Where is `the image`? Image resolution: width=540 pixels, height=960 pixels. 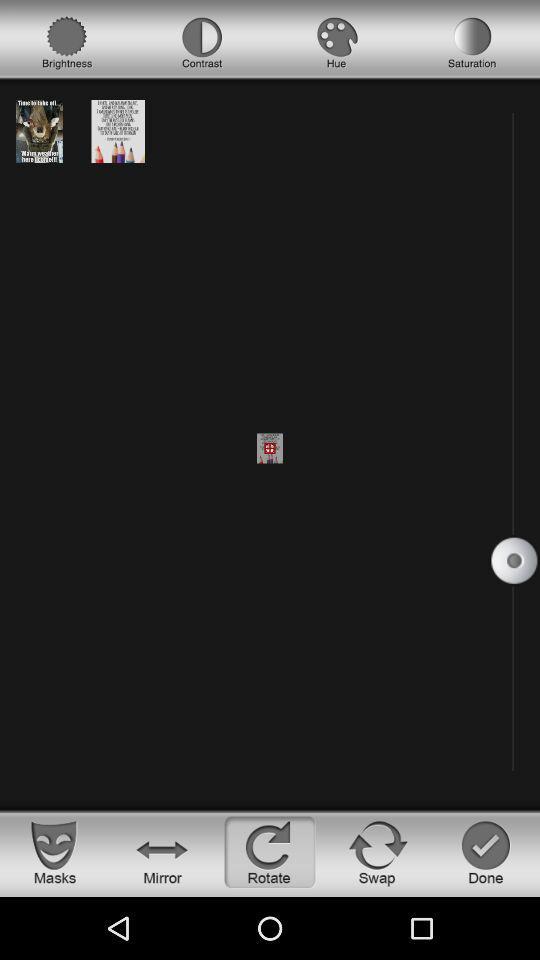
the image is located at coordinates (118, 130).